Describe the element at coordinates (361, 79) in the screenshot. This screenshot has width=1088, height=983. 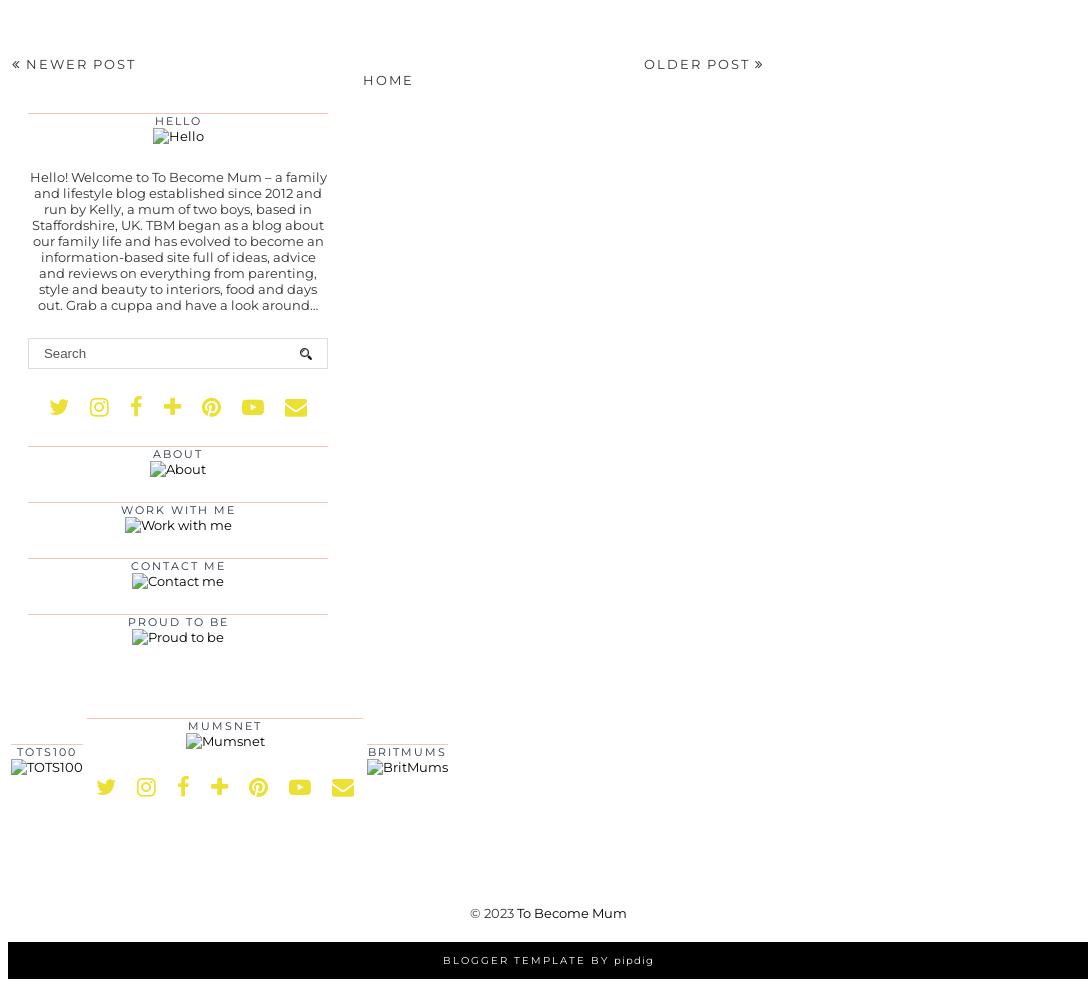
I see `'Home'` at that location.